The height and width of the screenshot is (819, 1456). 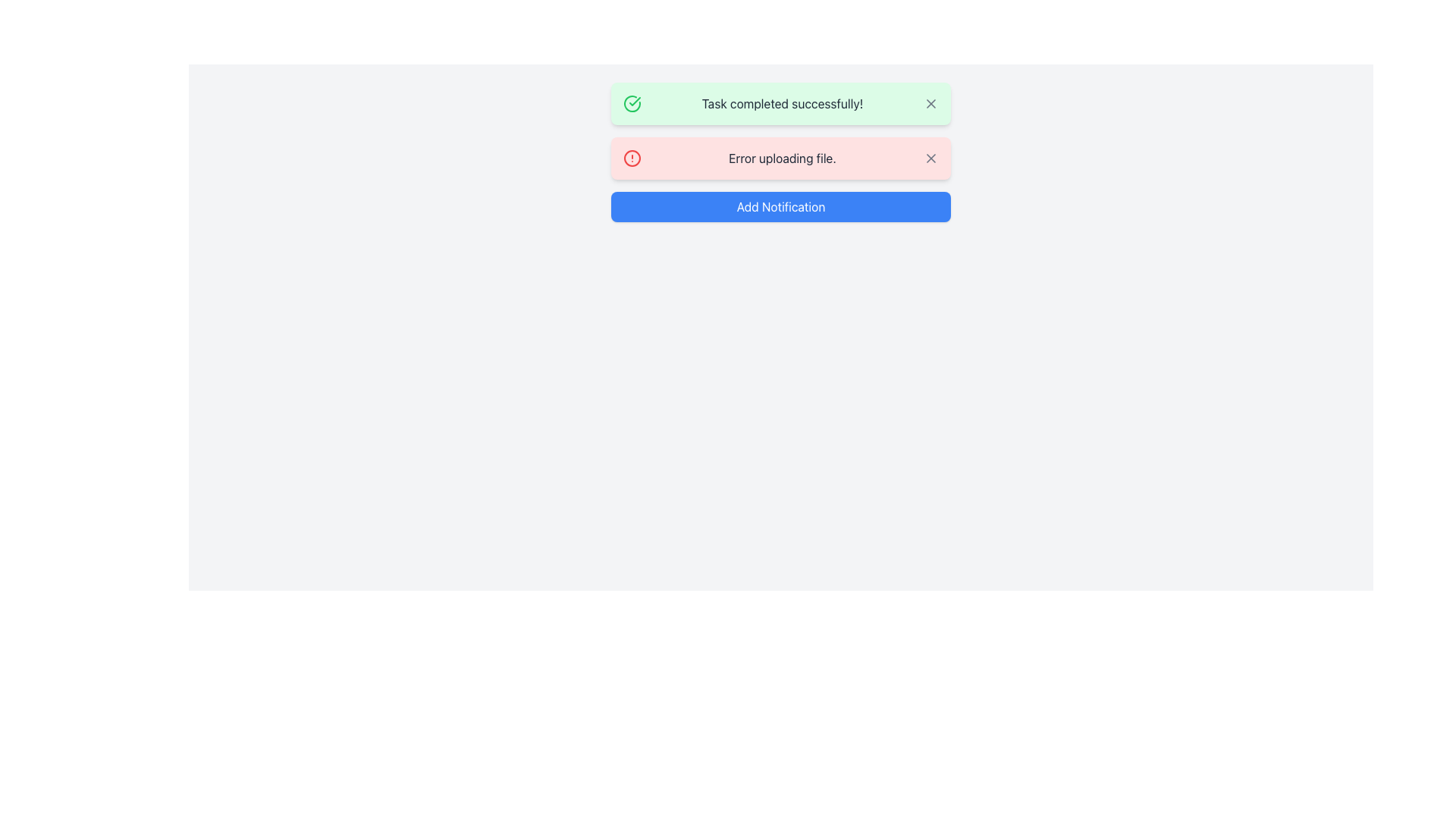 I want to click on the 'Add Notification' button with a blue background and white text, located at the center of the button coordinates, so click(x=781, y=207).